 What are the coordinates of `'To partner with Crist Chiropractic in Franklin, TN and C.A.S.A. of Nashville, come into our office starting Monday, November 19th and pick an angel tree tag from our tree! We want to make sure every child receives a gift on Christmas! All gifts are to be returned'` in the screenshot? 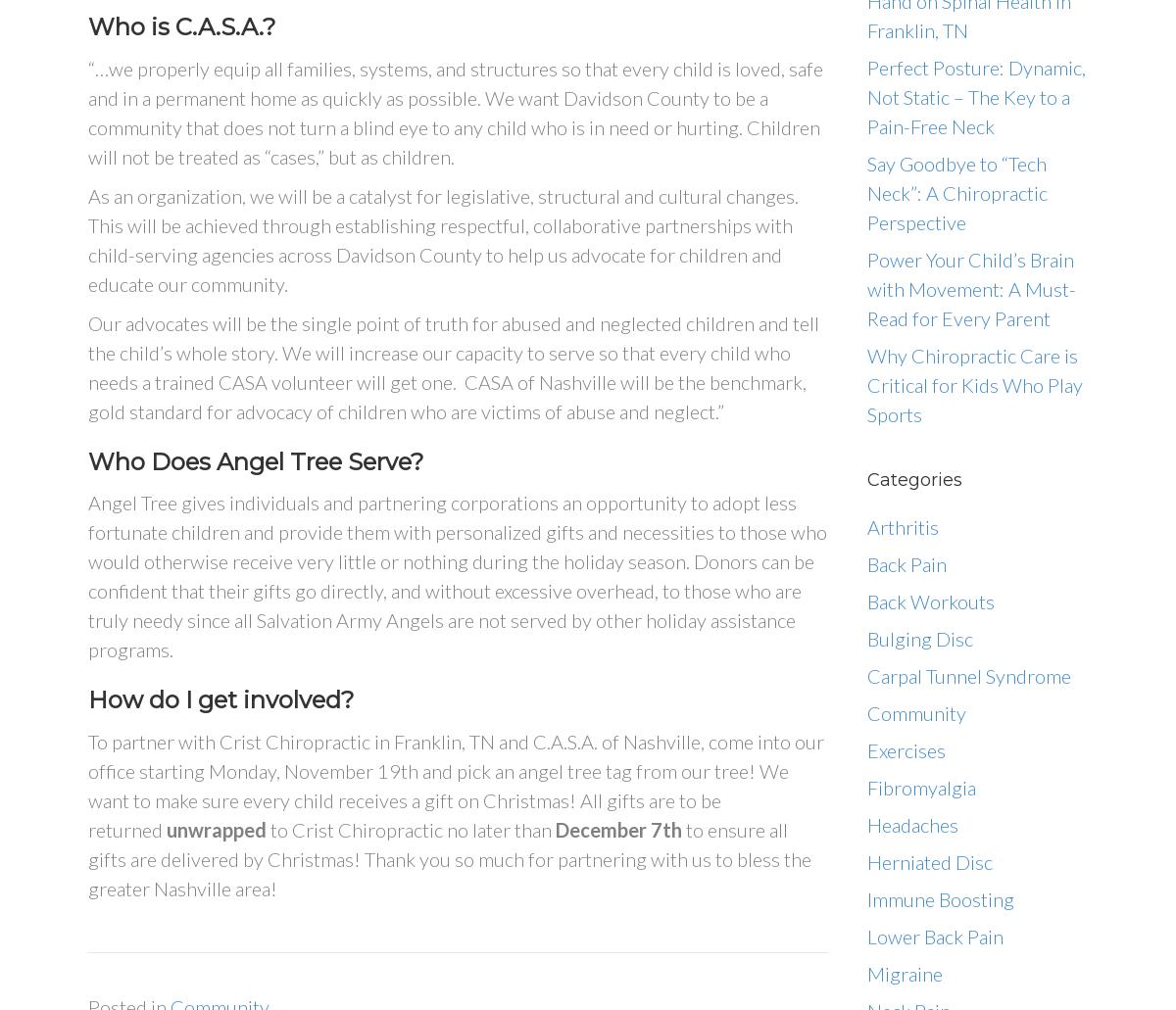 It's located at (455, 783).